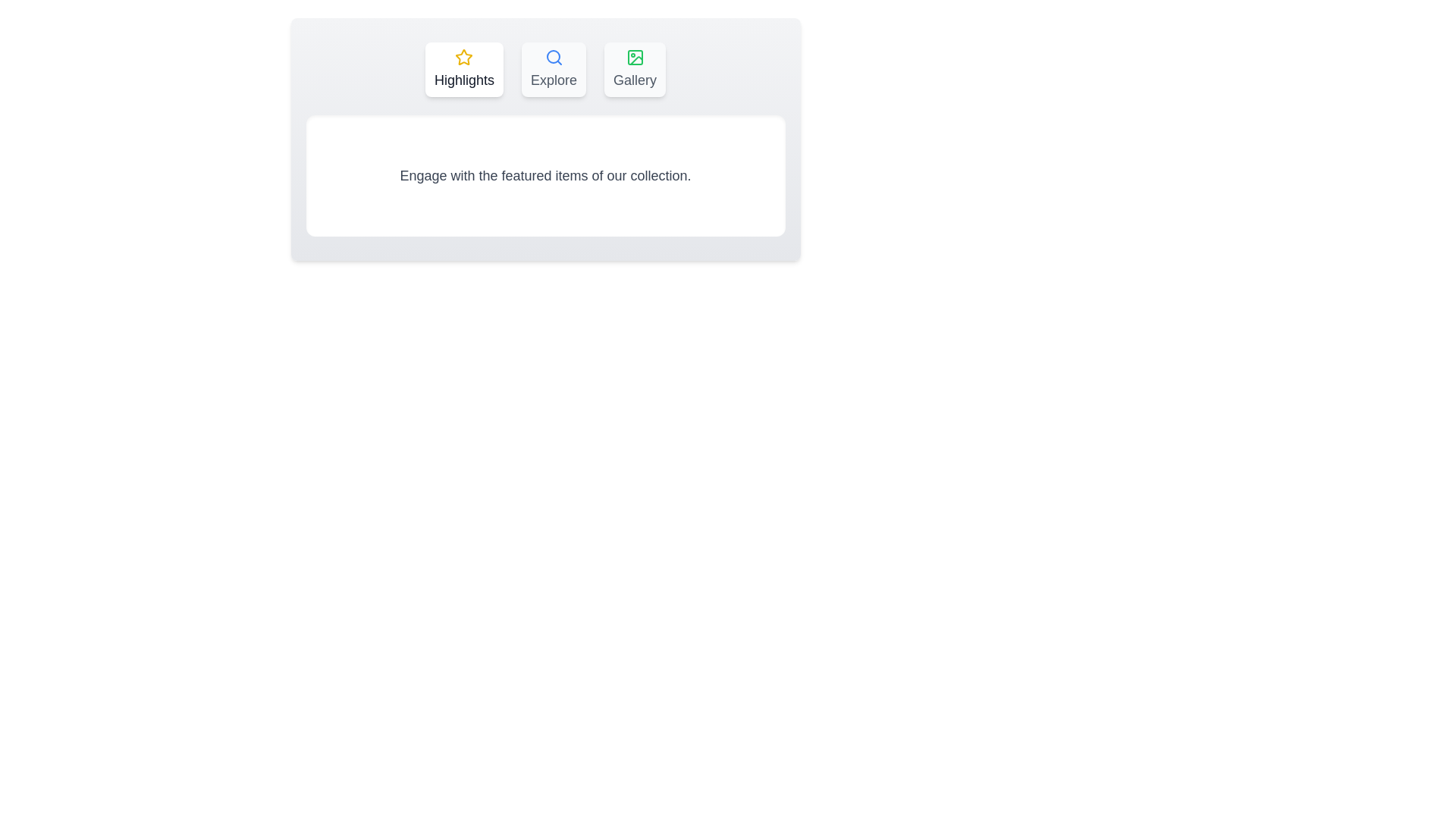 The width and height of the screenshot is (1456, 819). What do you see at coordinates (553, 70) in the screenshot?
I see `the tab labeled Explore to observe the hover animation` at bounding box center [553, 70].